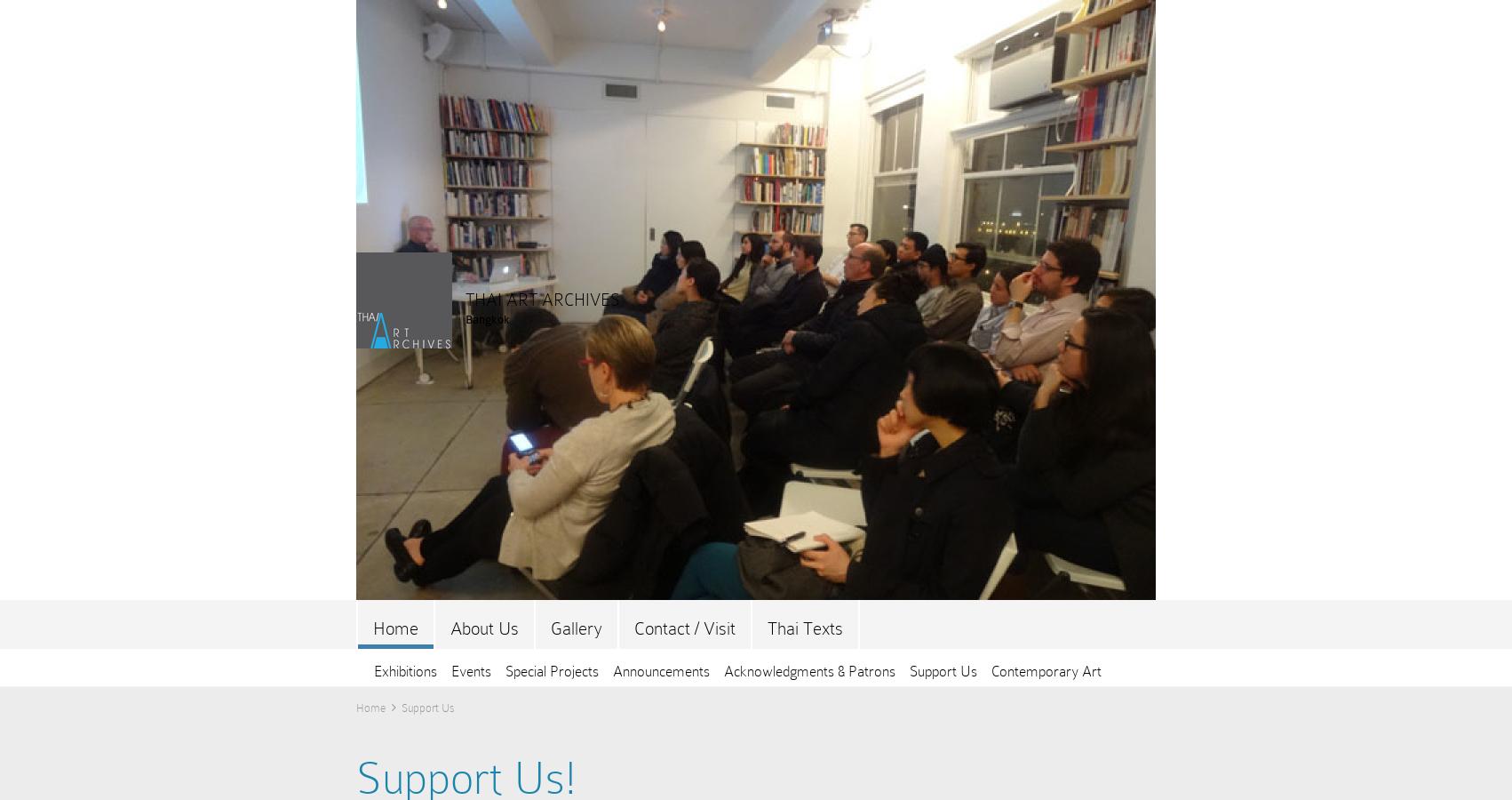  I want to click on 'Thai Texts', so click(805, 628).